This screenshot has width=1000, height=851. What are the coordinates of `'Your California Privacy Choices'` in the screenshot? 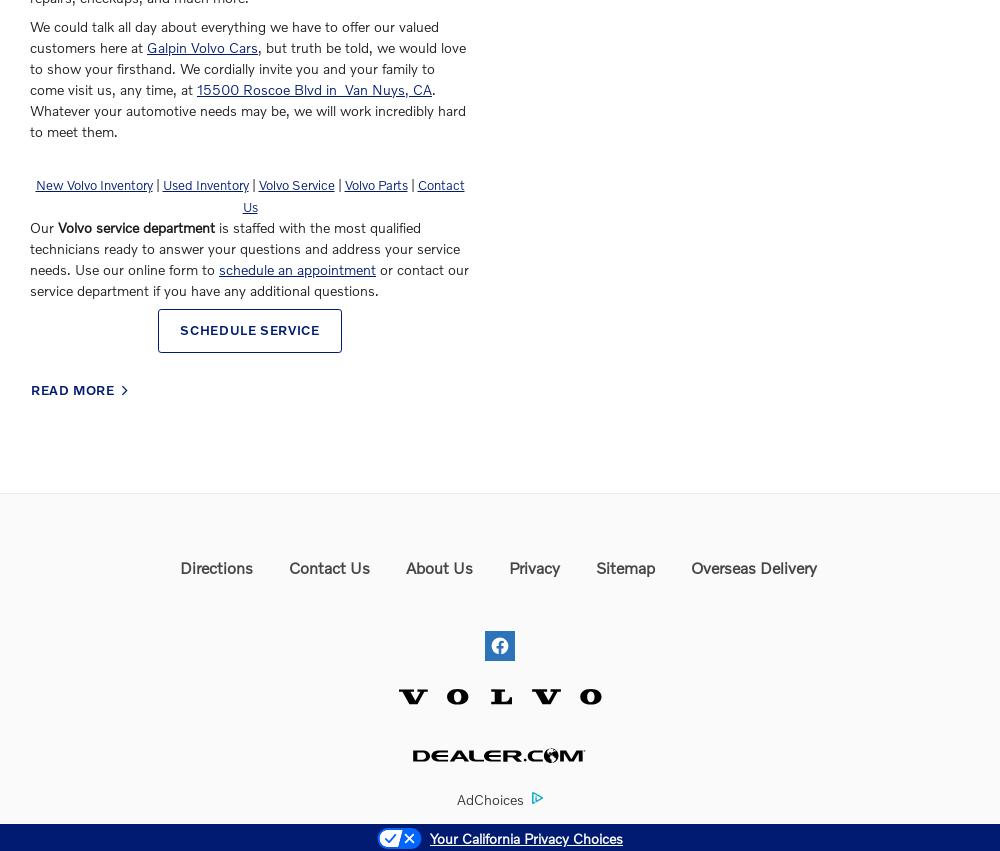 It's located at (430, 838).